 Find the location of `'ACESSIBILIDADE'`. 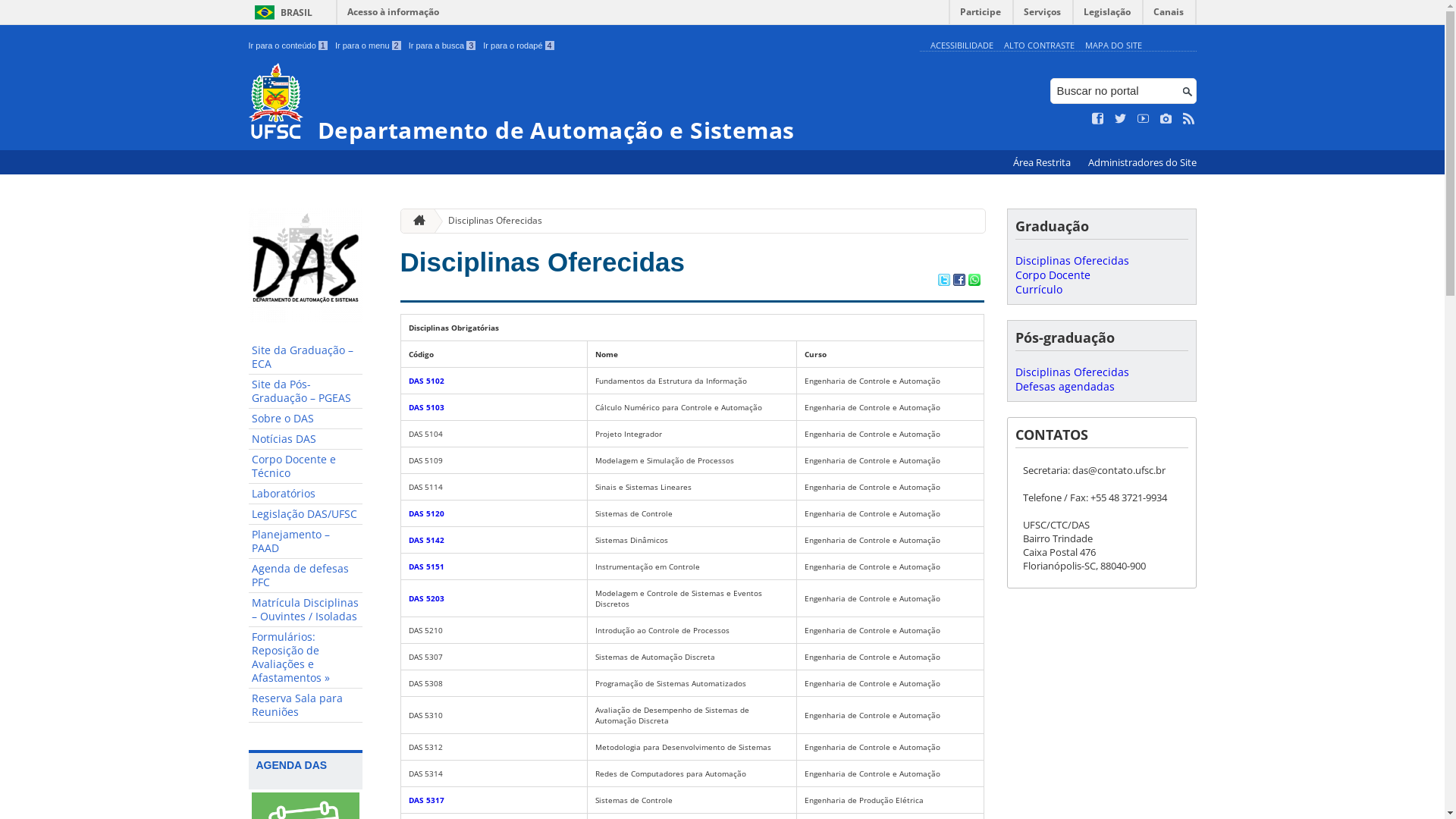

'ACESSIBILIDADE' is located at coordinates (928, 44).